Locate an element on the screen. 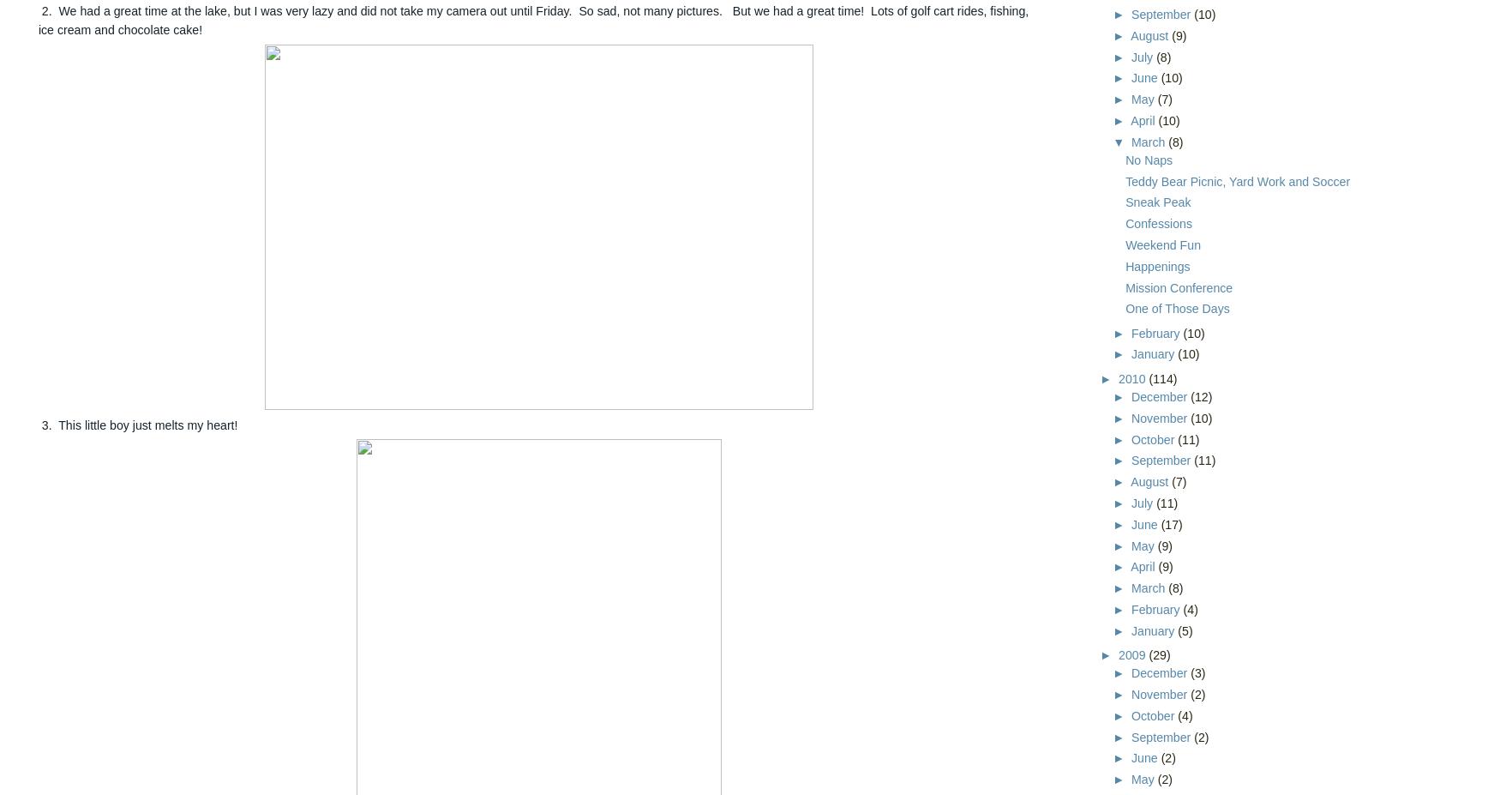 The height and width of the screenshot is (795, 1512). 'One of Those Days' is located at coordinates (1125, 307).